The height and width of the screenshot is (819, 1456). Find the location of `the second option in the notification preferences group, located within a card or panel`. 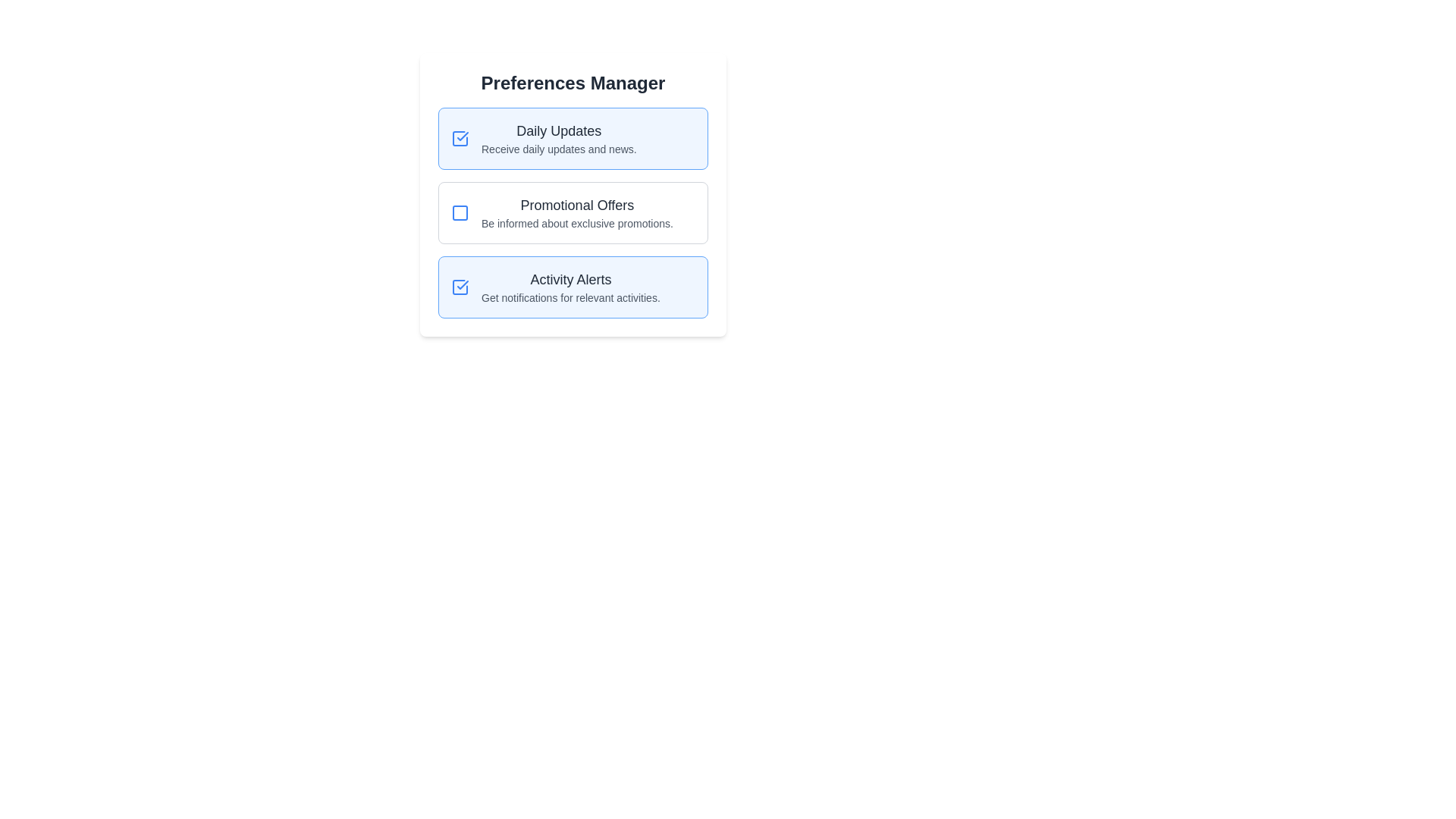

the second option in the notification preferences group, located within a card or panel is located at coordinates (572, 194).